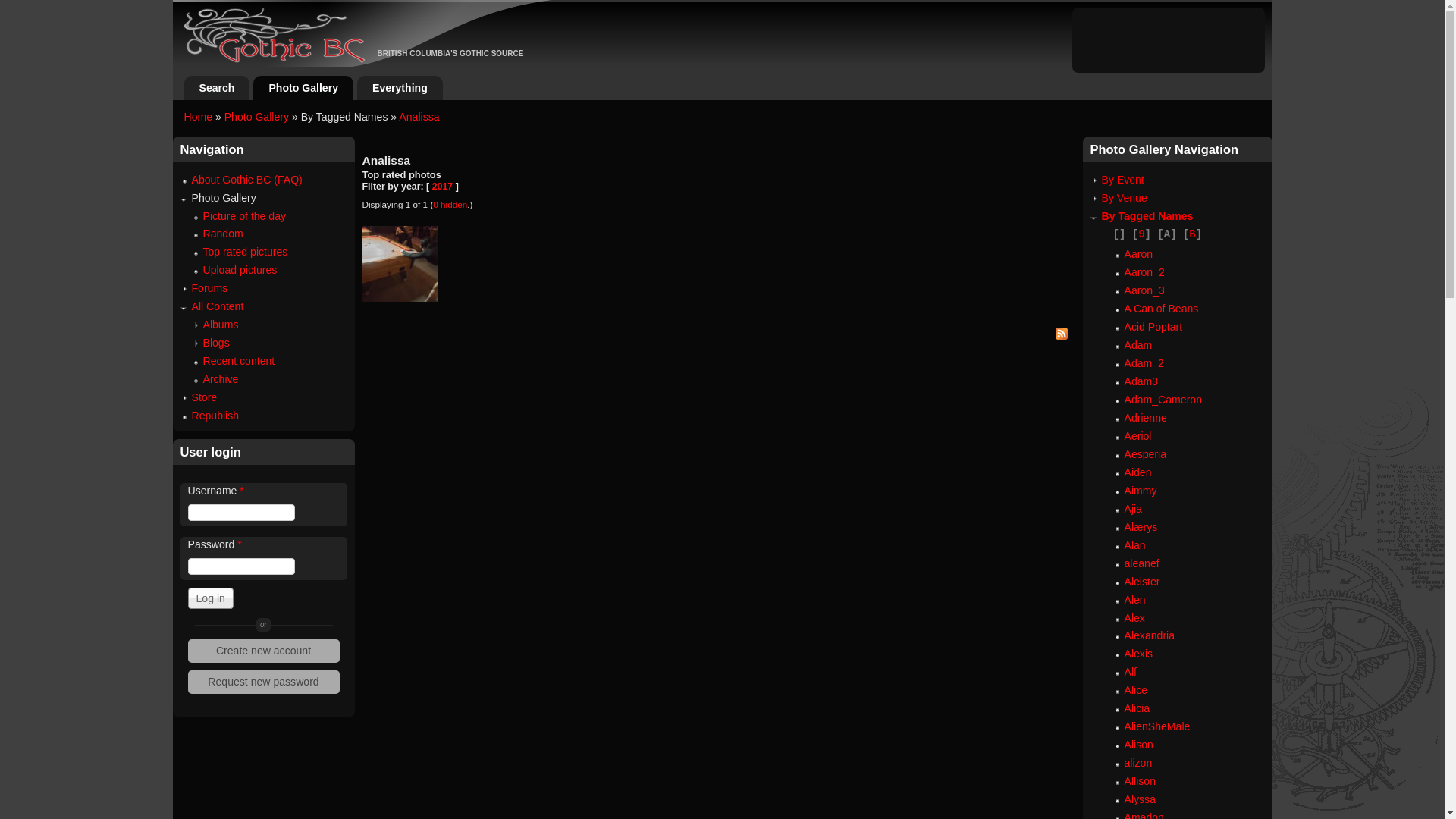 This screenshot has height=819, width=1456. Describe the element at coordinates (1144, 290) in the screenshot. I see `'Aaron_3'` at that location.